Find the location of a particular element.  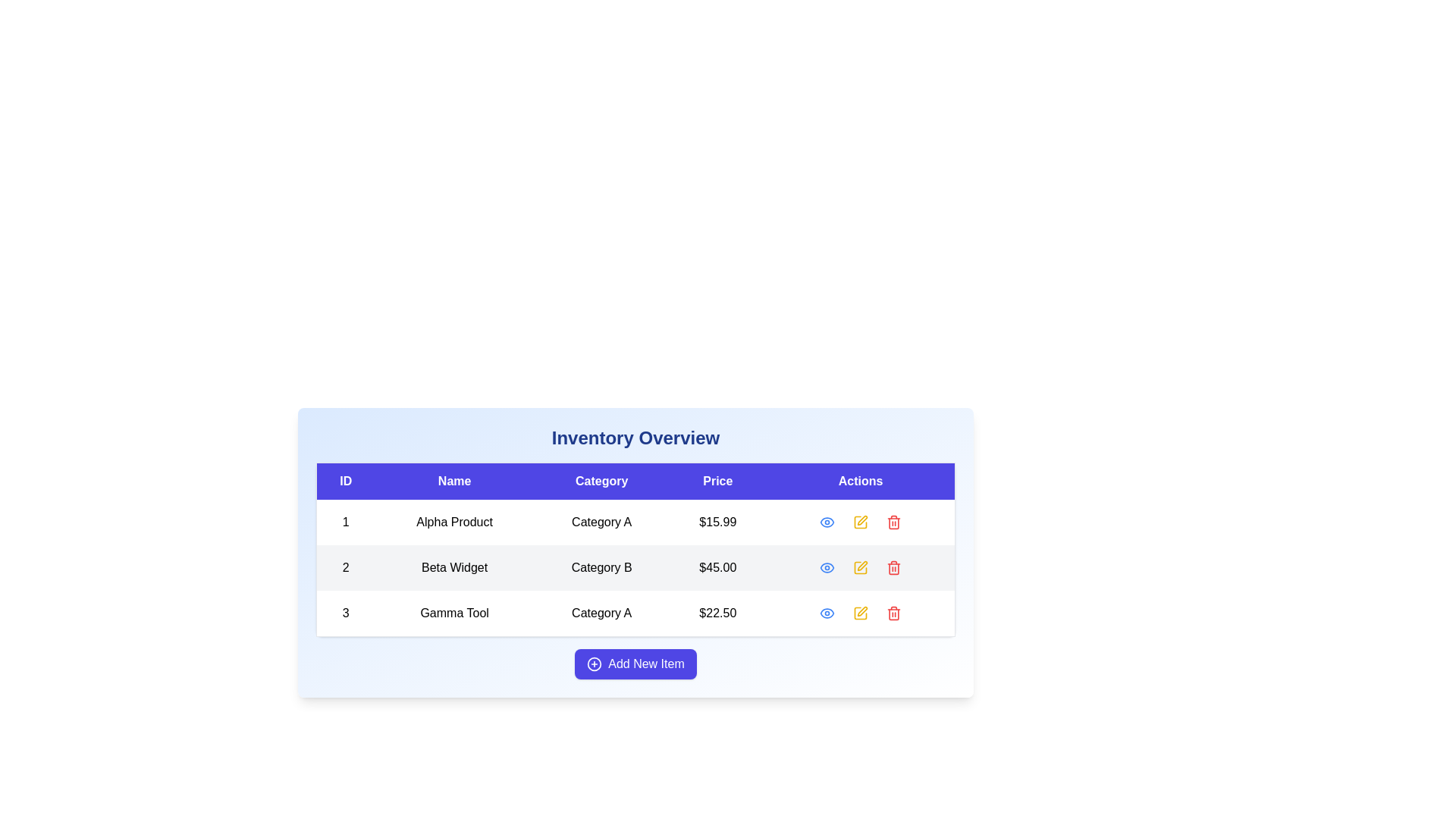

the static text label displaying the numeral '2' in a bold sans-serif typeface, located in the second row and first column of the table layout is located at coordinates (345, 567).